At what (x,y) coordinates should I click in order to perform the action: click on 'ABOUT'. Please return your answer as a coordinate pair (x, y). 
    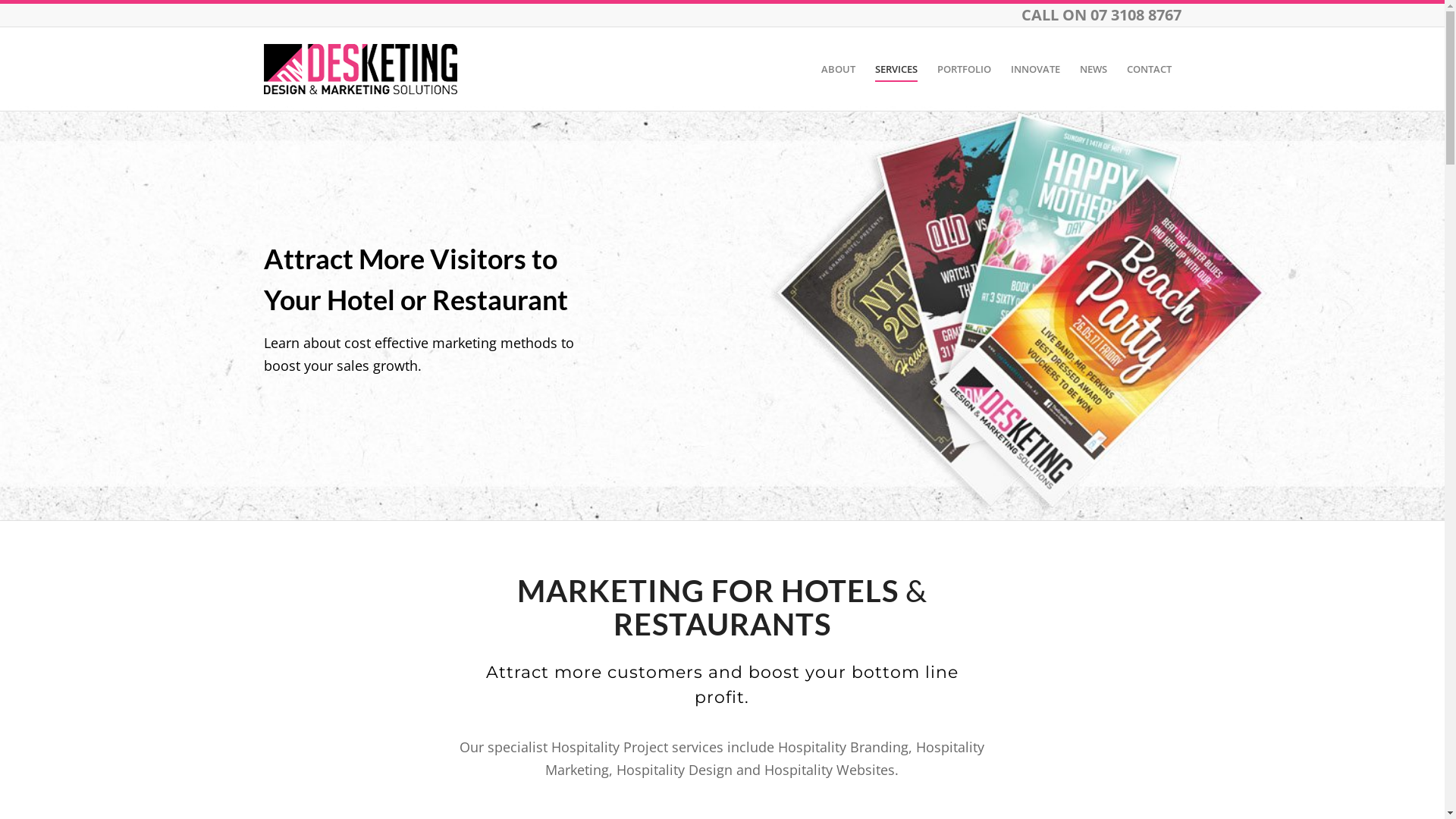
    Looking at the image, I should click on (837, 69).